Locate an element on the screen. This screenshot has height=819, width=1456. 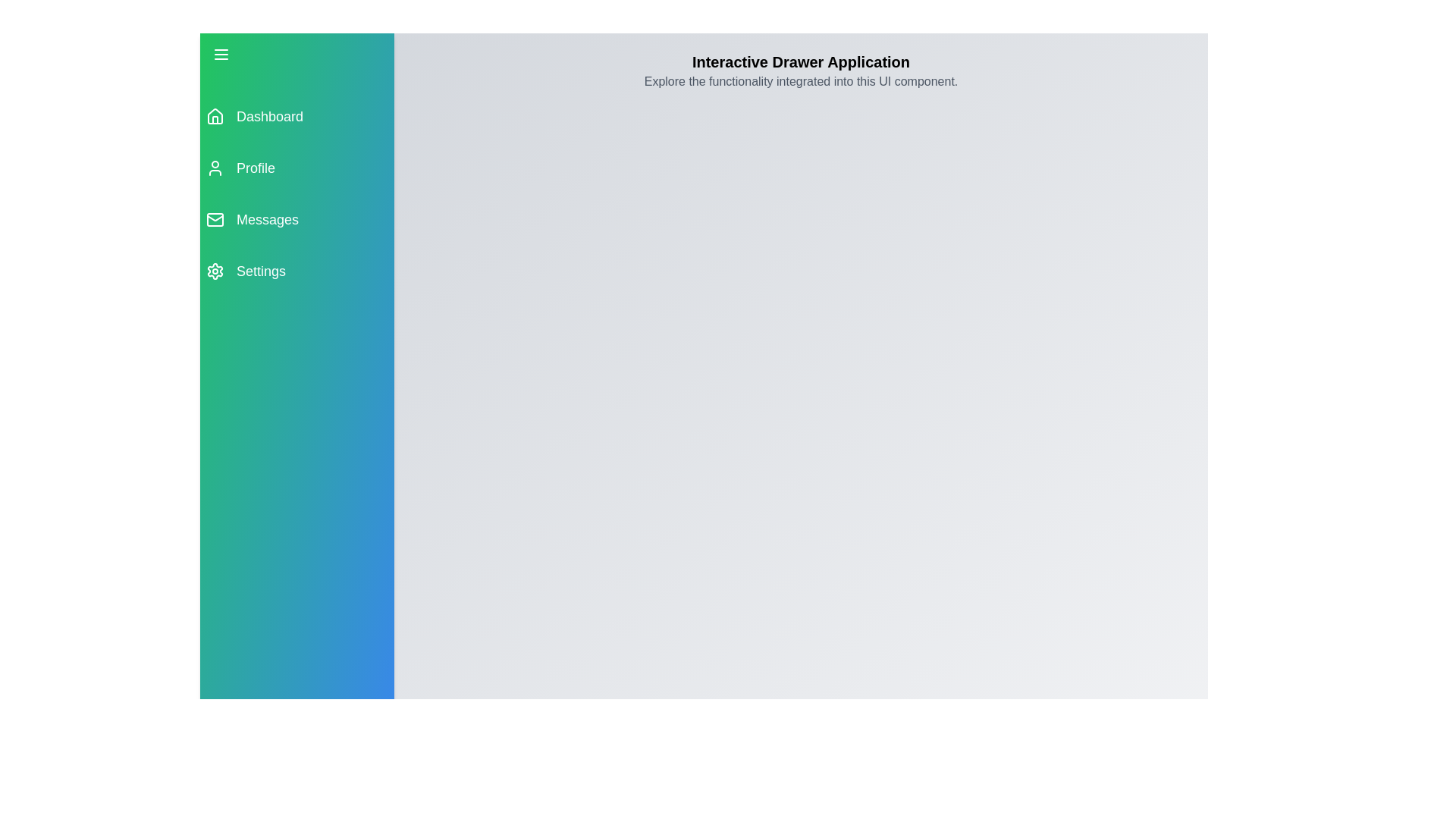
the menu button to toggle the drawer open or closed is located at coordinates (221, 54).